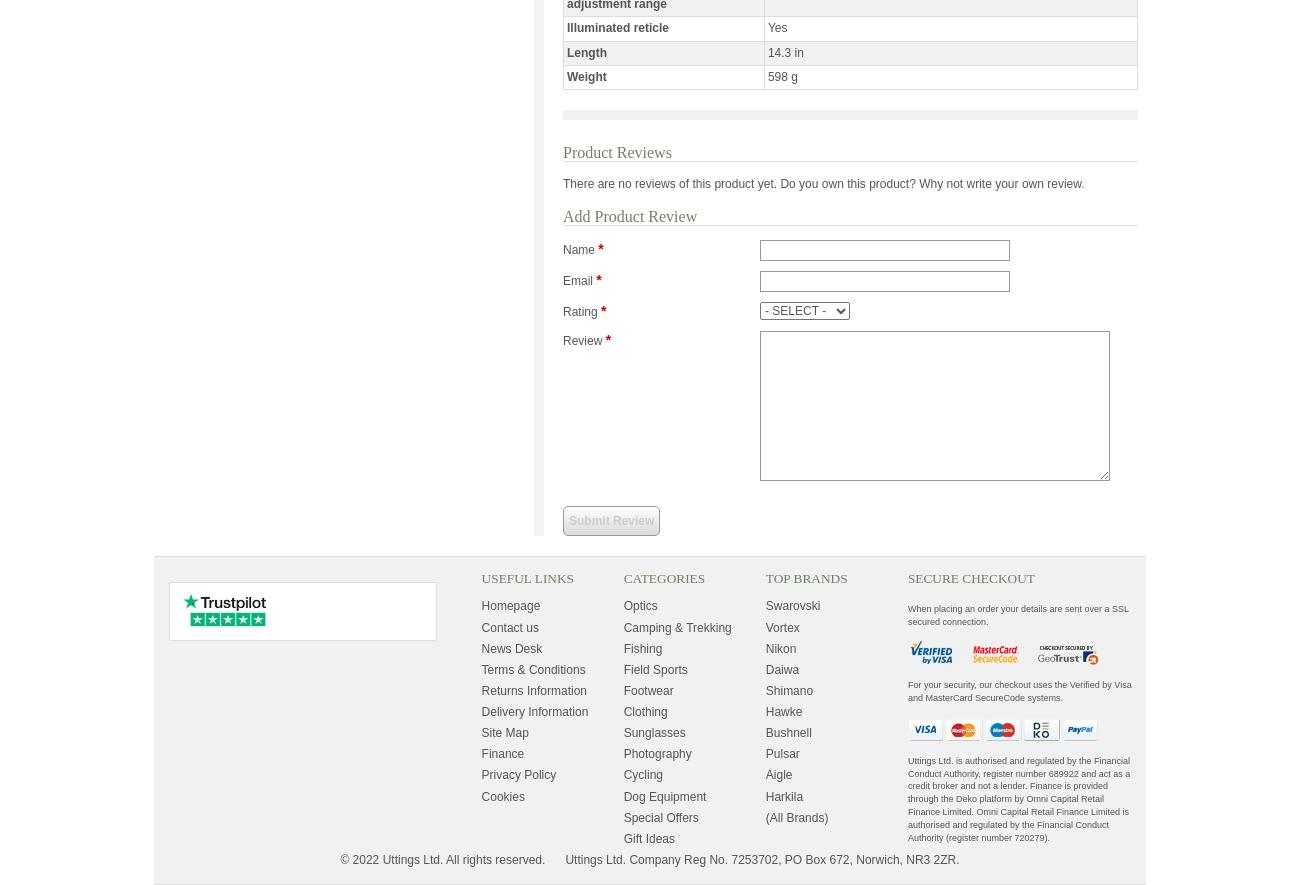 Image resolution: width=1300 pixels, height=885 pixels. Describe the element at coordinates (509, 626) in the screenshot. I see `'Contact us'` at that location.